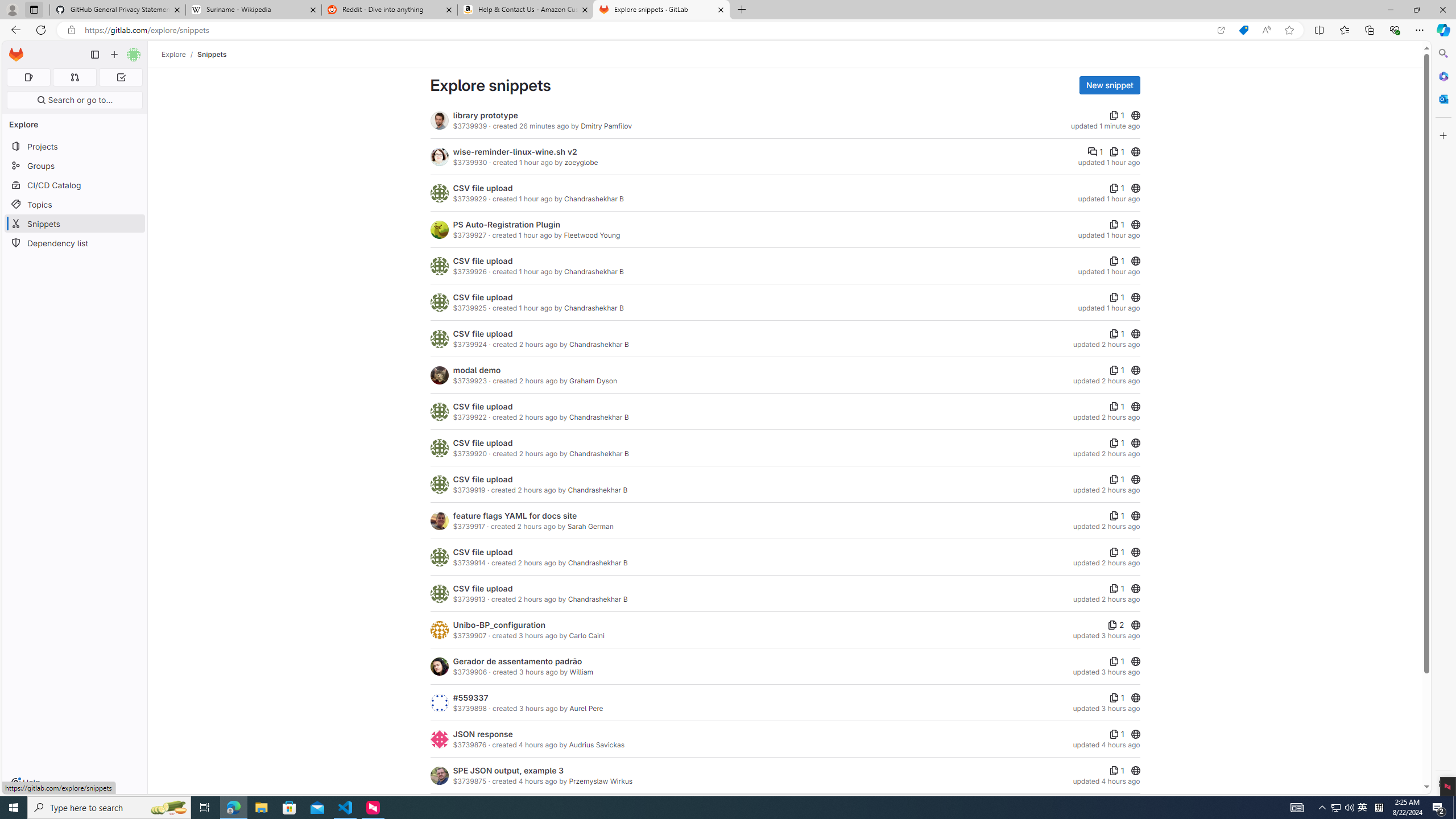  I want to click on 'Explore', so click(173, 54).